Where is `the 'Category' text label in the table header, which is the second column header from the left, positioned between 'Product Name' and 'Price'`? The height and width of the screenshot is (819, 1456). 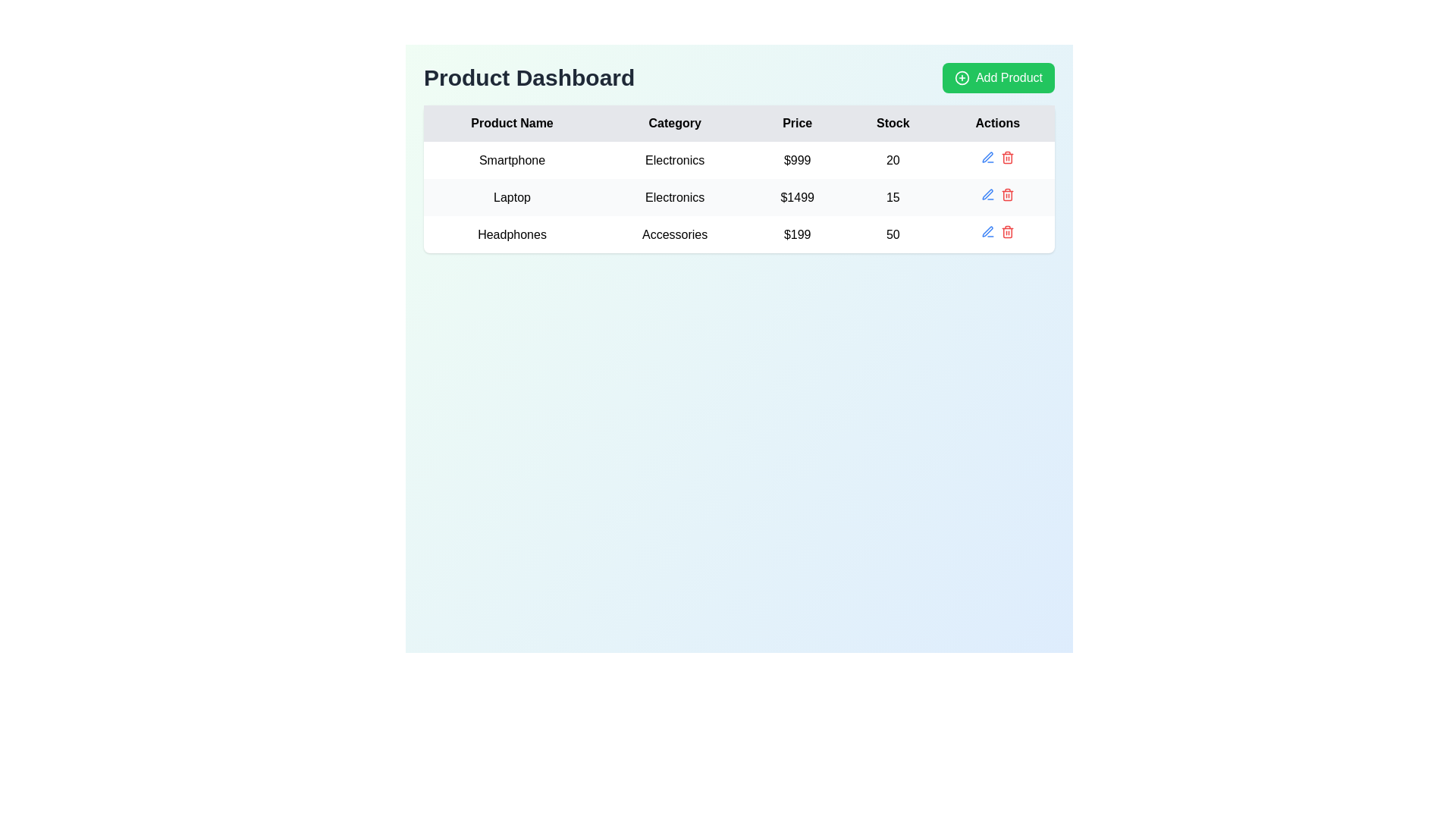
the 'Category' text label in the table header, which is the second column header from the left, positioned between 'Product Name' and 'Price' is located at coordinates (674, 122).